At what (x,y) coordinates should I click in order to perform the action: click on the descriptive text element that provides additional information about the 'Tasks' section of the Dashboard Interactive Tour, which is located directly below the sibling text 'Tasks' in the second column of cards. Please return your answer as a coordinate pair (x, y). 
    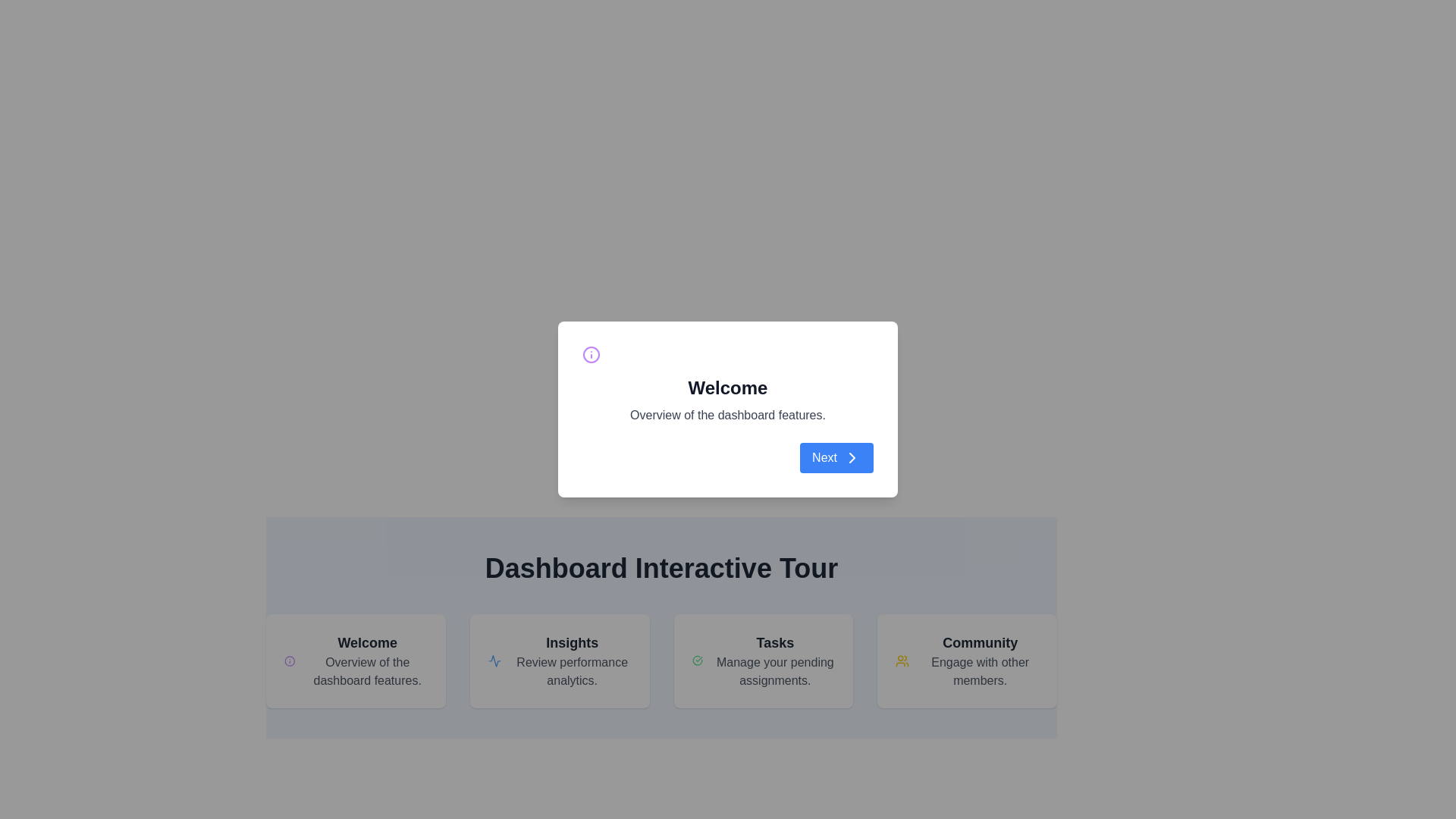
    Looking at the image, I should click on (775, 671).